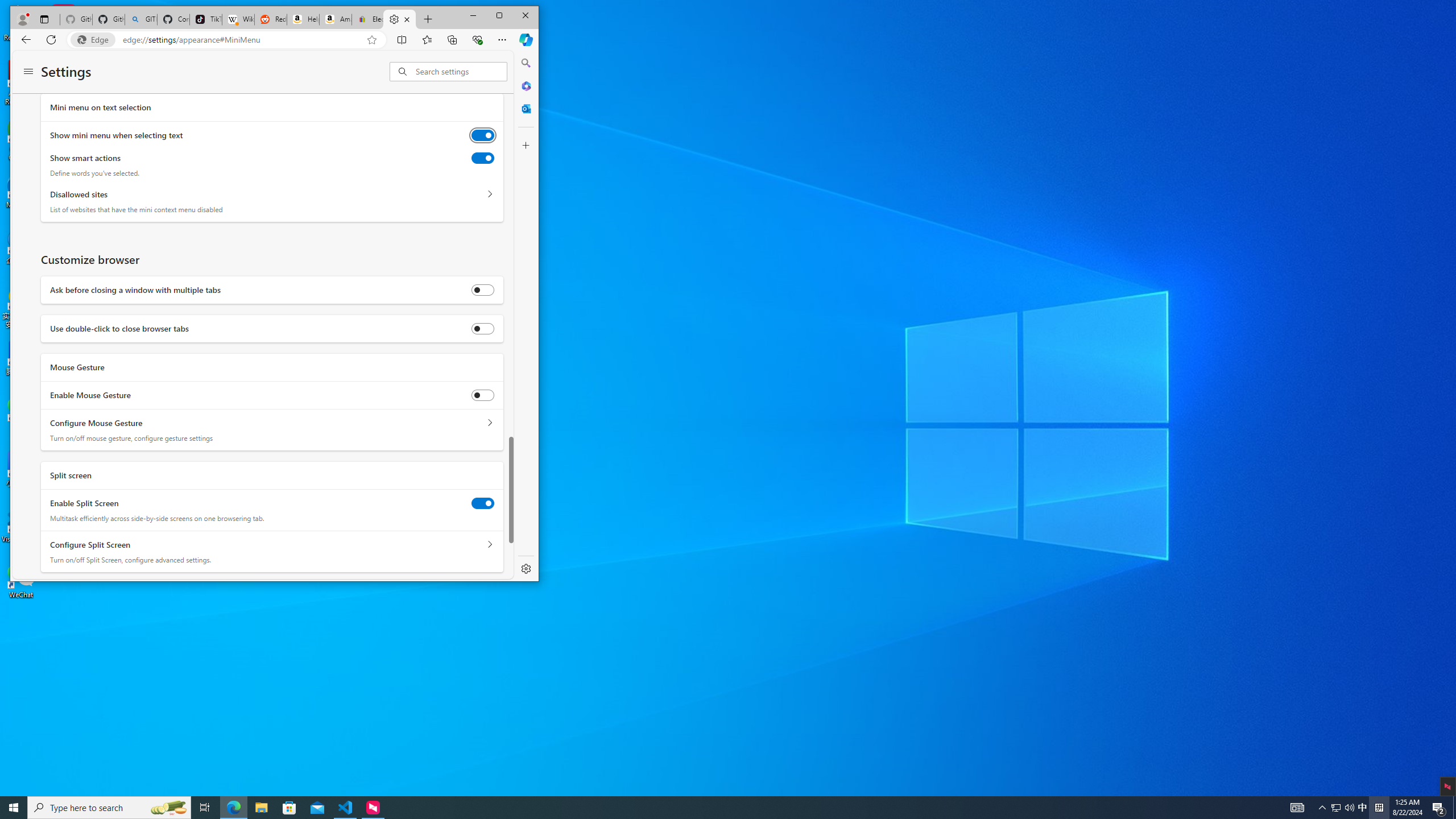  What do you see at coordinates (482, 395) in the screenshot?
I see `'Enable Mouse Gesture'` at bounding box center [482, 395].